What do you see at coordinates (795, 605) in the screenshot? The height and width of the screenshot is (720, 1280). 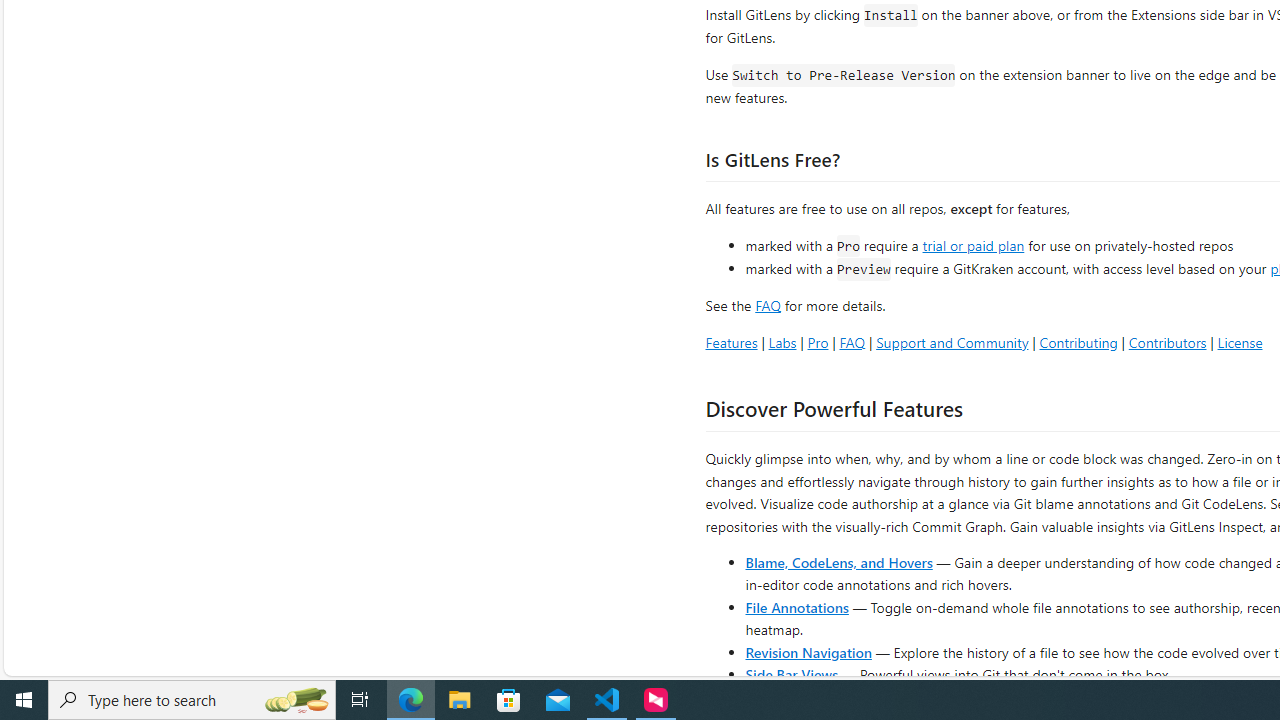 I see `'File Annotations'` at bounding box center [795, 605].